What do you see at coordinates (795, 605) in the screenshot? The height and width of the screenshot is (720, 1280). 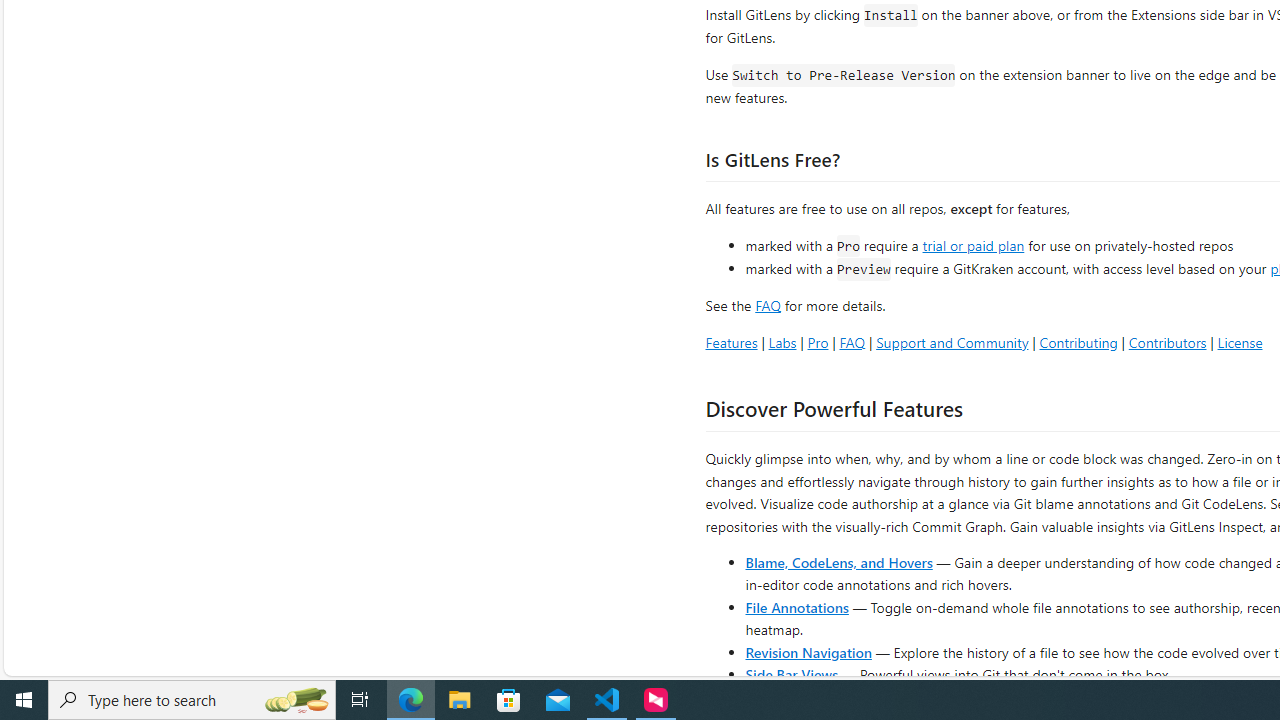 I see `'File Annotations'` at bounding box center [795, 605].